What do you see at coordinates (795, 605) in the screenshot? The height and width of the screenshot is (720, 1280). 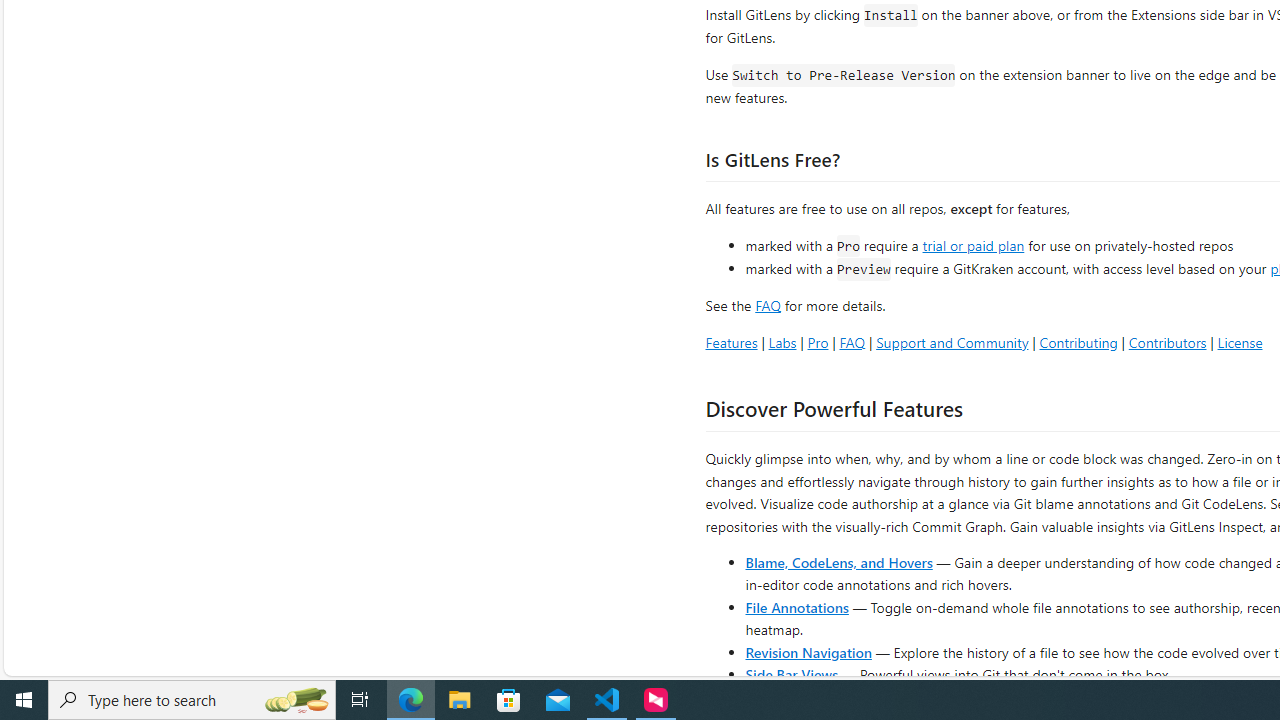 I see `'File Annotations'` at bounding box center [795, 605].